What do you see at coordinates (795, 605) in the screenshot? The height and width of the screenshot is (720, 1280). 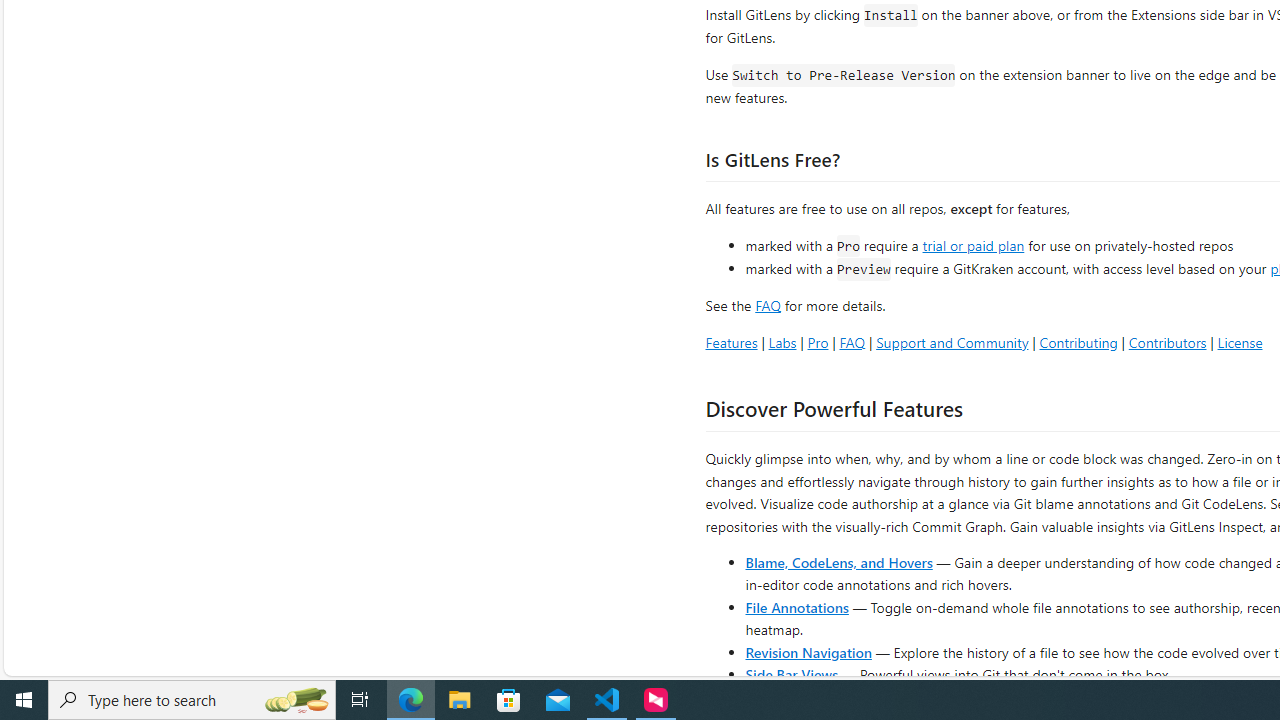 I see `'File Annotations'` at bounding box center [795, 605].